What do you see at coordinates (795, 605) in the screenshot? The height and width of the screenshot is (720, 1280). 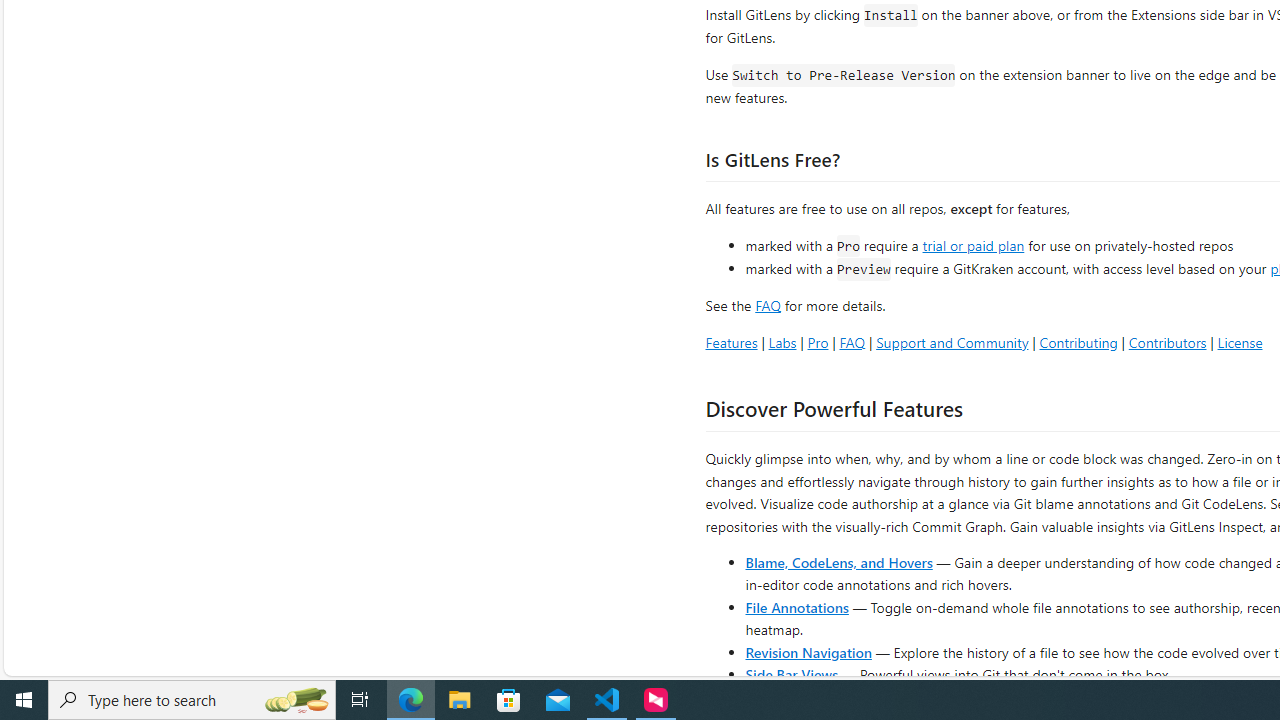 I see `'File Annotations'` at bounding box center [795, 605].